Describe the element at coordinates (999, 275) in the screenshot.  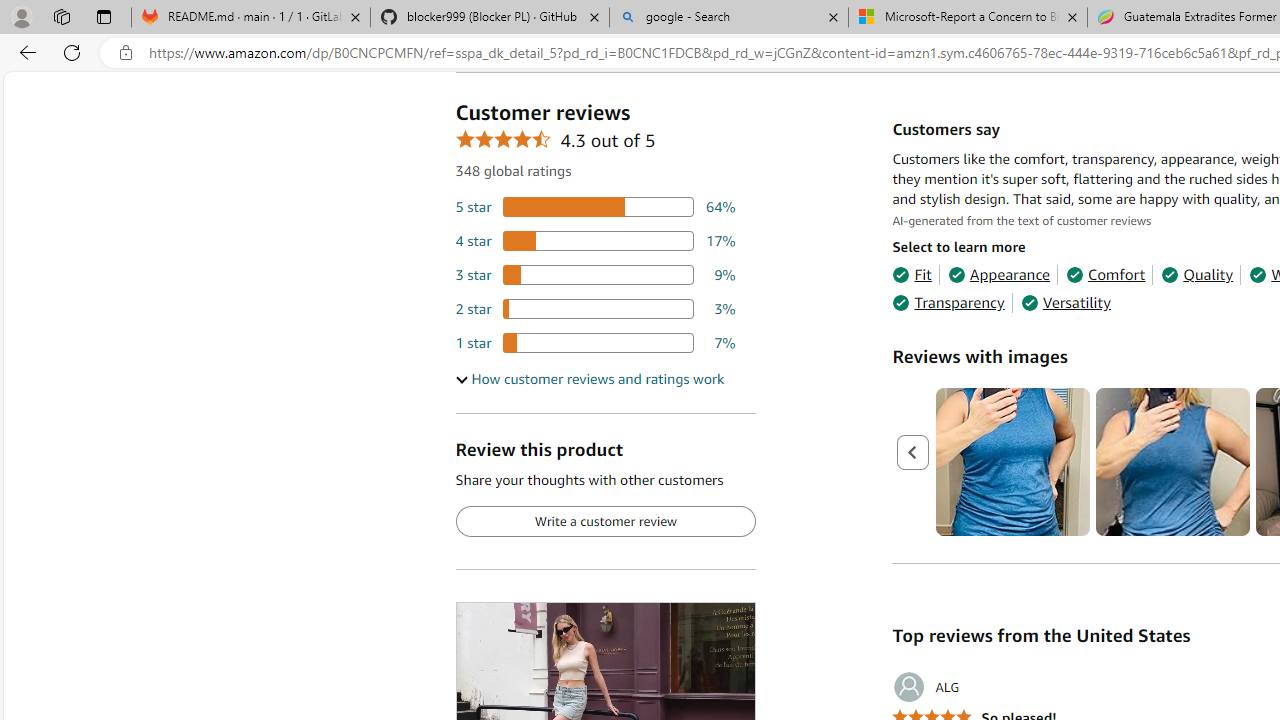
I see `'Appearance'` at that location.